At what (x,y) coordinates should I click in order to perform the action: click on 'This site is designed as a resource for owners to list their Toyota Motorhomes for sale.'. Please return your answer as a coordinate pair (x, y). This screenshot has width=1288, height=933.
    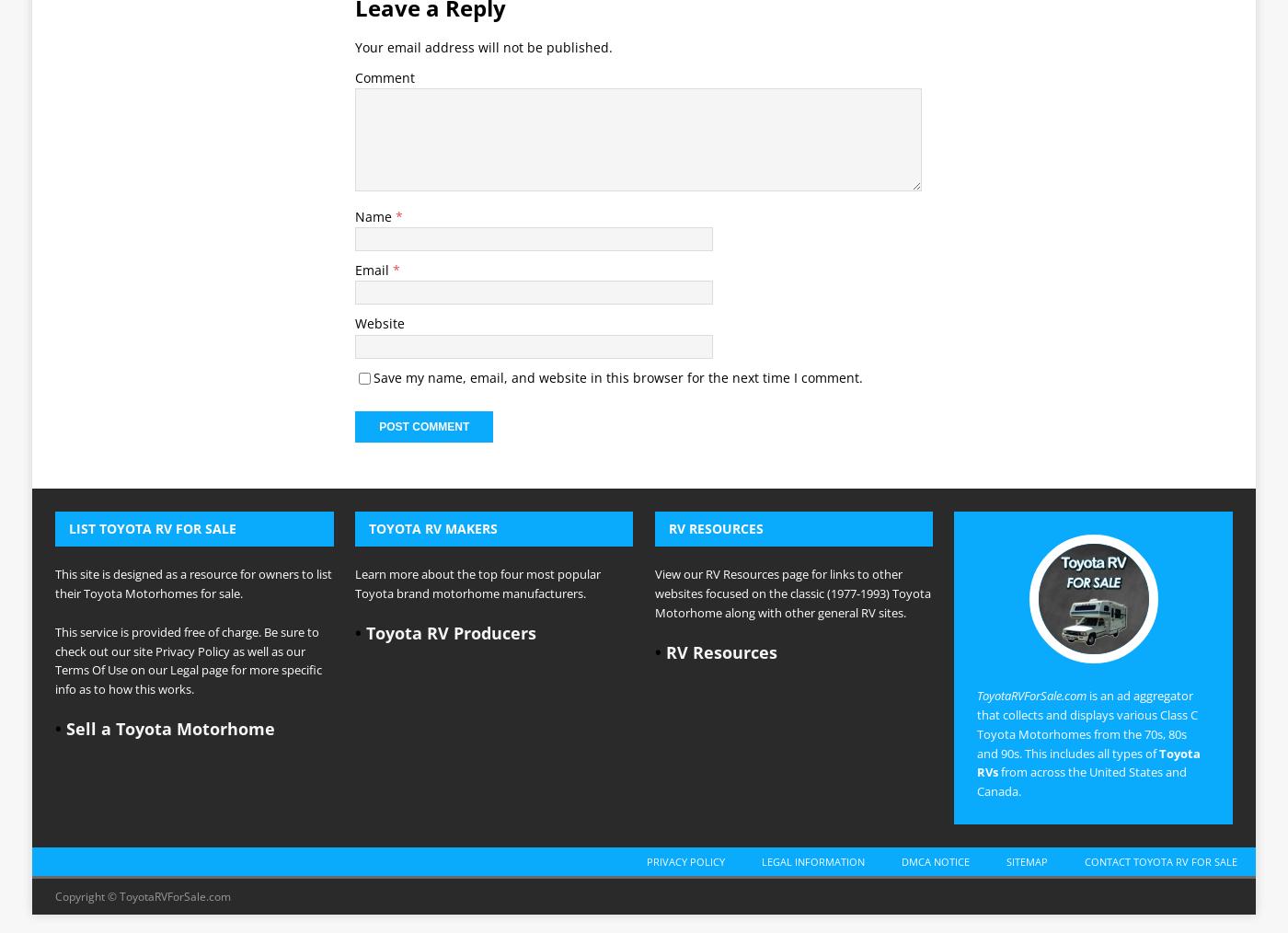
    Looking at the image, I should click on (193, 325).